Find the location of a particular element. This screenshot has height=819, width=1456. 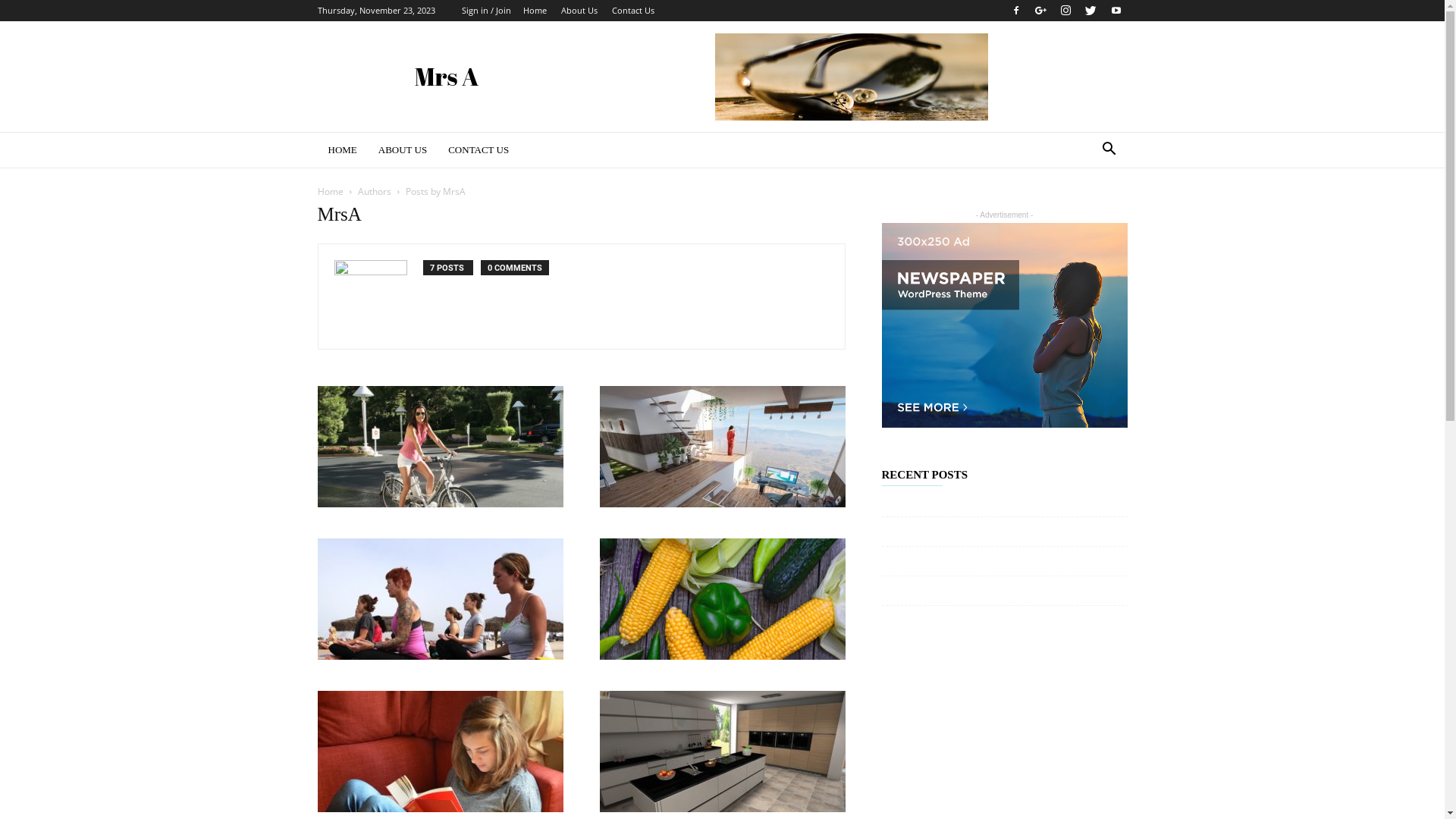

'CONTACT US' is located at coordinates (477, 149).